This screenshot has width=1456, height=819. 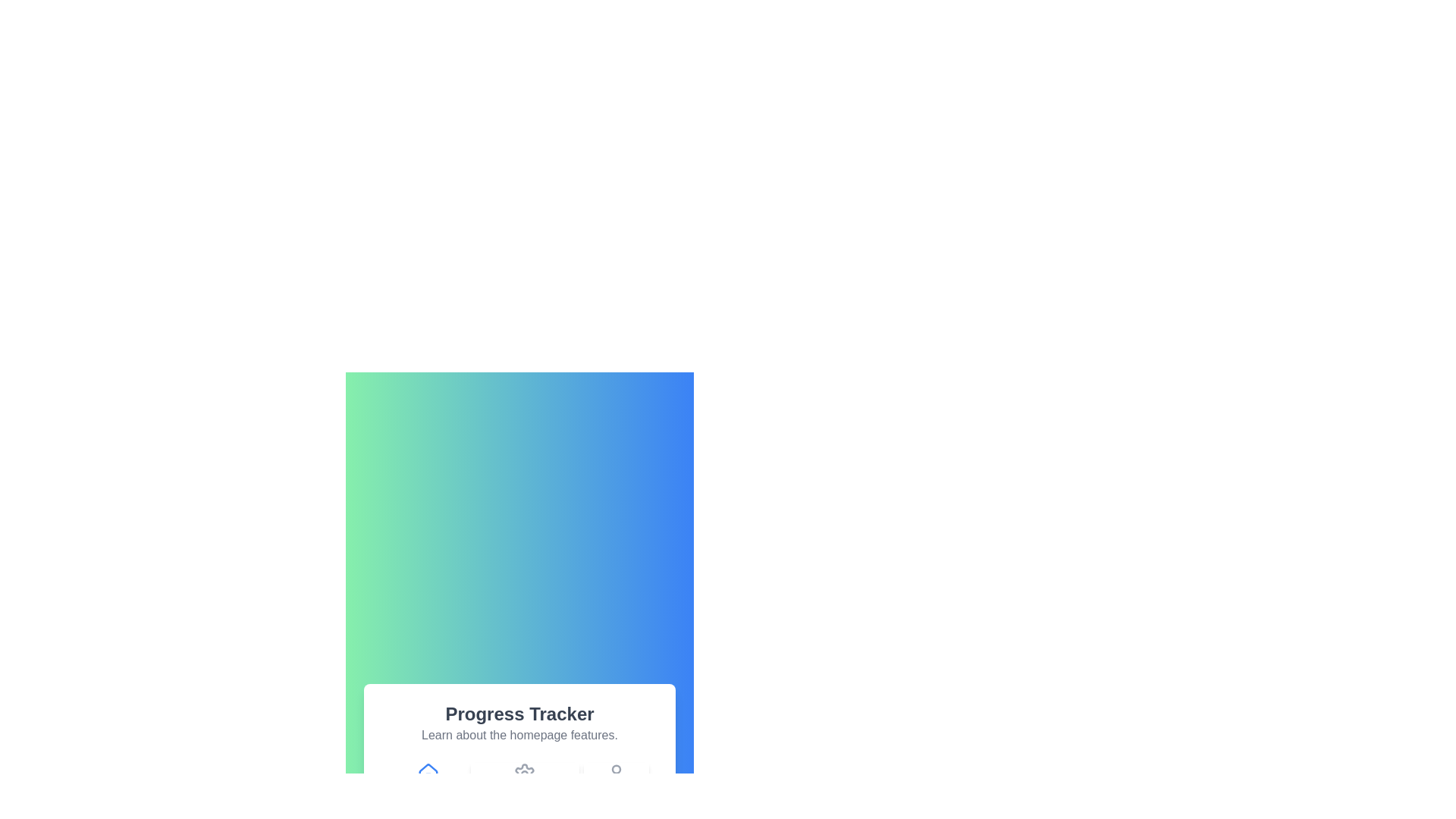 I want to click on the icon of the step labeled Settings Customization to navigate to that step, so click(x=525, y=784).